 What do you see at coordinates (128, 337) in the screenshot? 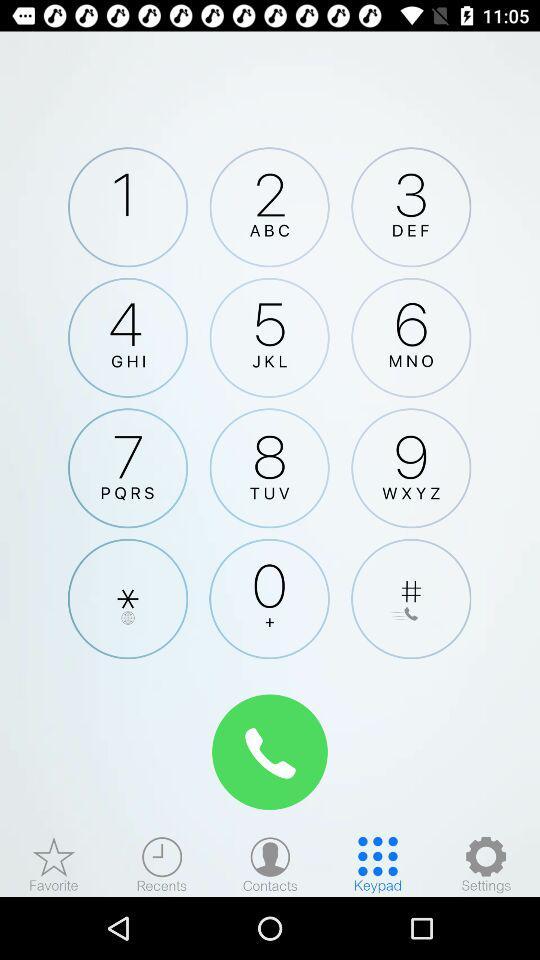
I see `4 button` at bounding box center [128, 337].